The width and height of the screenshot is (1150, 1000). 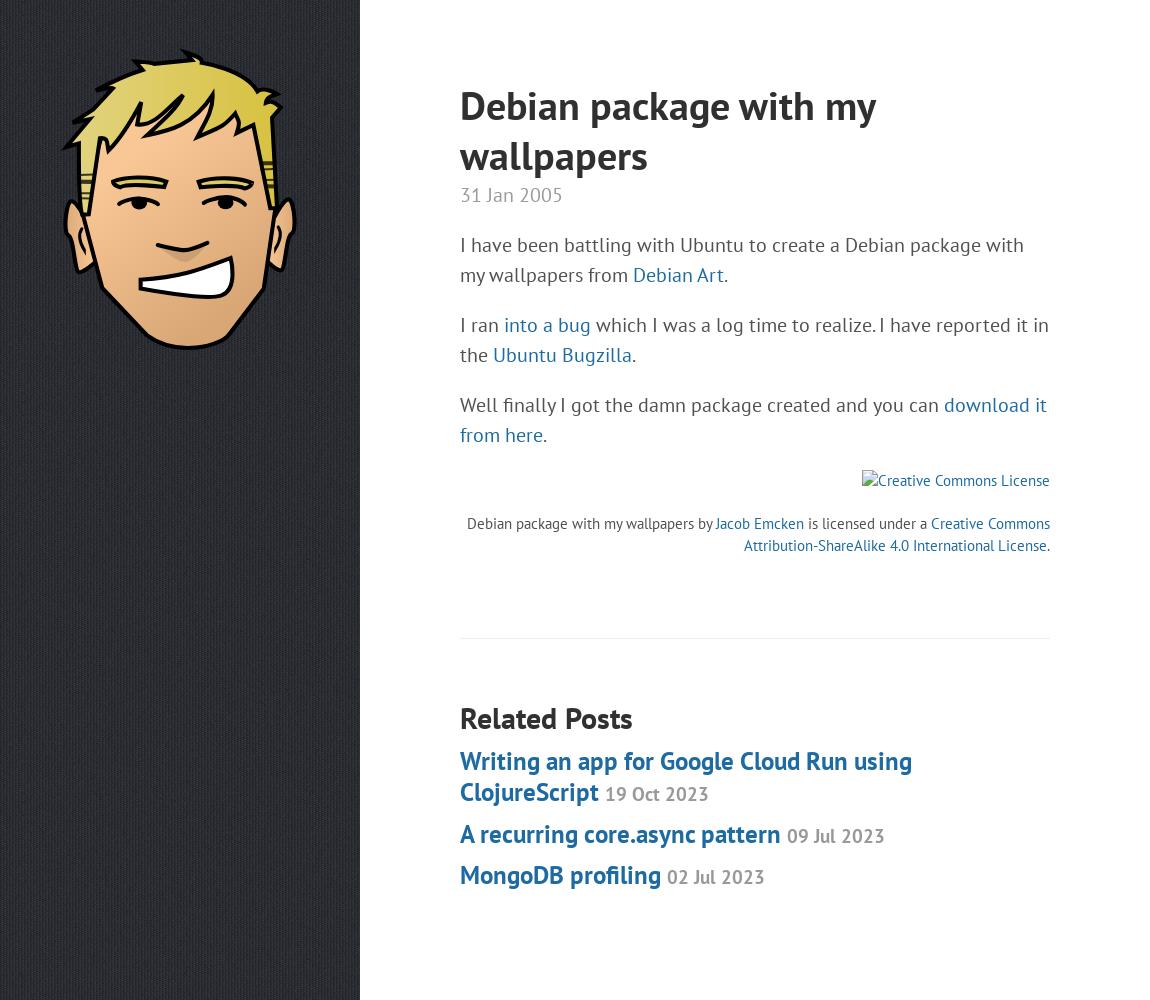 What do you see at coordinates (700, 405) in the screenshot?
I see `'Well finally I got the damn package created and you can'` at bounding box center [700, 405].